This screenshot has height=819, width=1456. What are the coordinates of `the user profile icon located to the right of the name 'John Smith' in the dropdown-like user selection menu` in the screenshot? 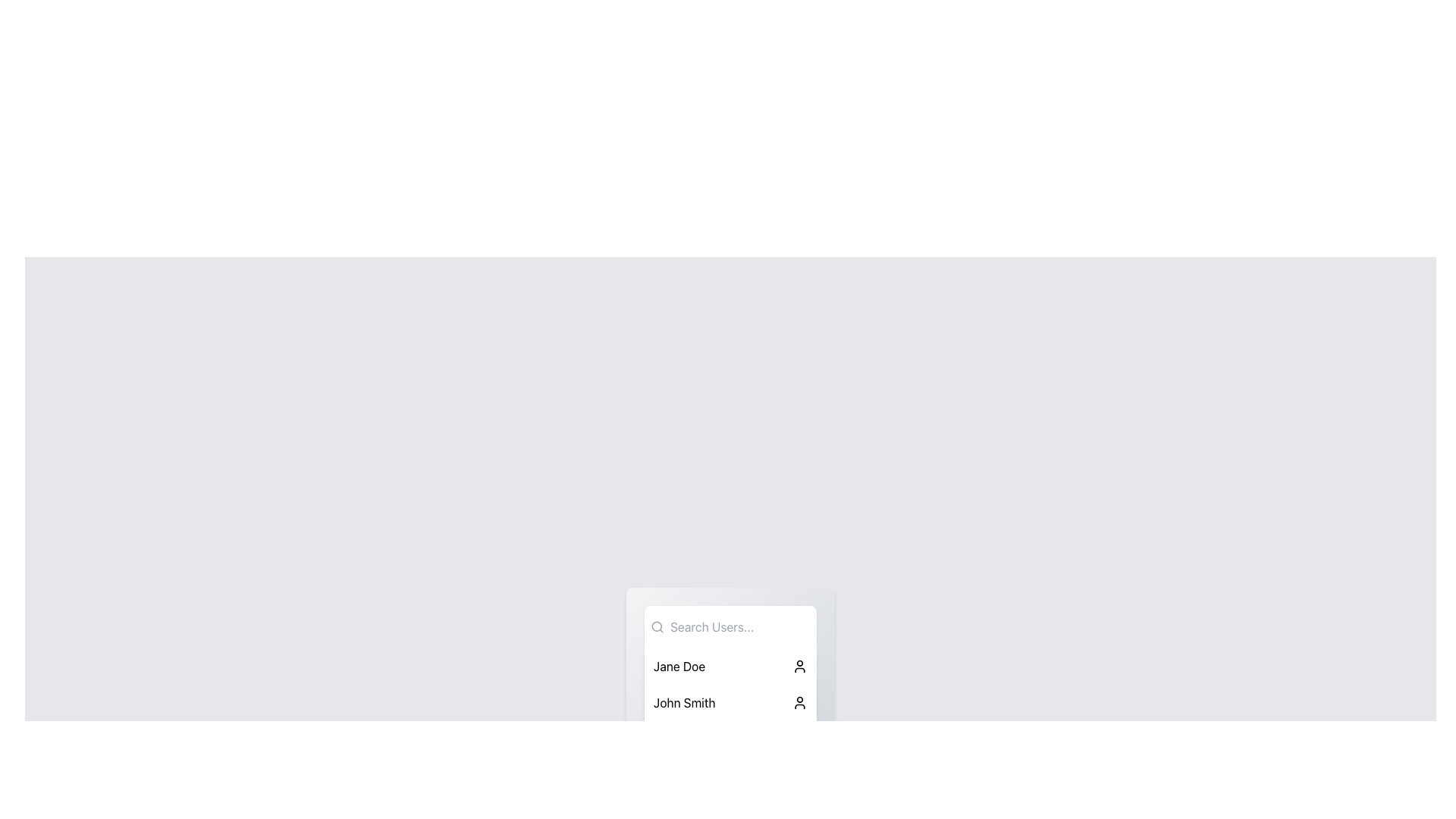 It's located at (799, 702).